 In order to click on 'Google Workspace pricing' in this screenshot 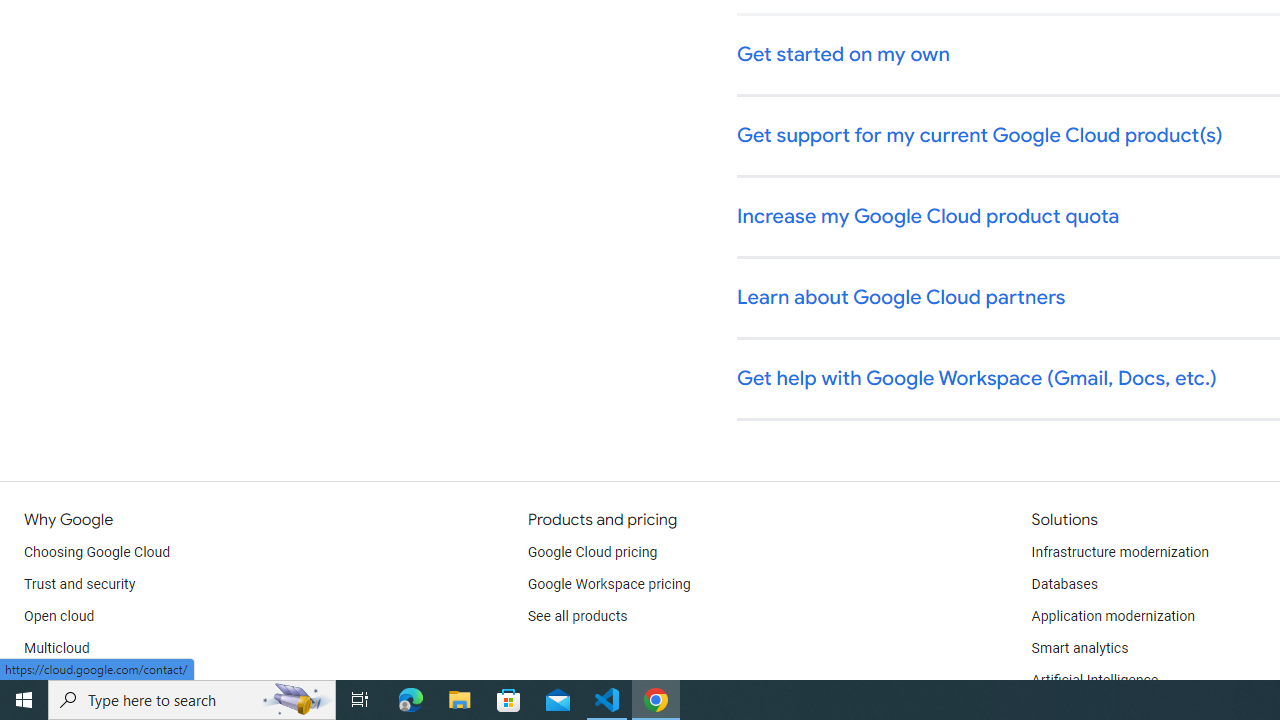, I will do `click(608, 585)`.